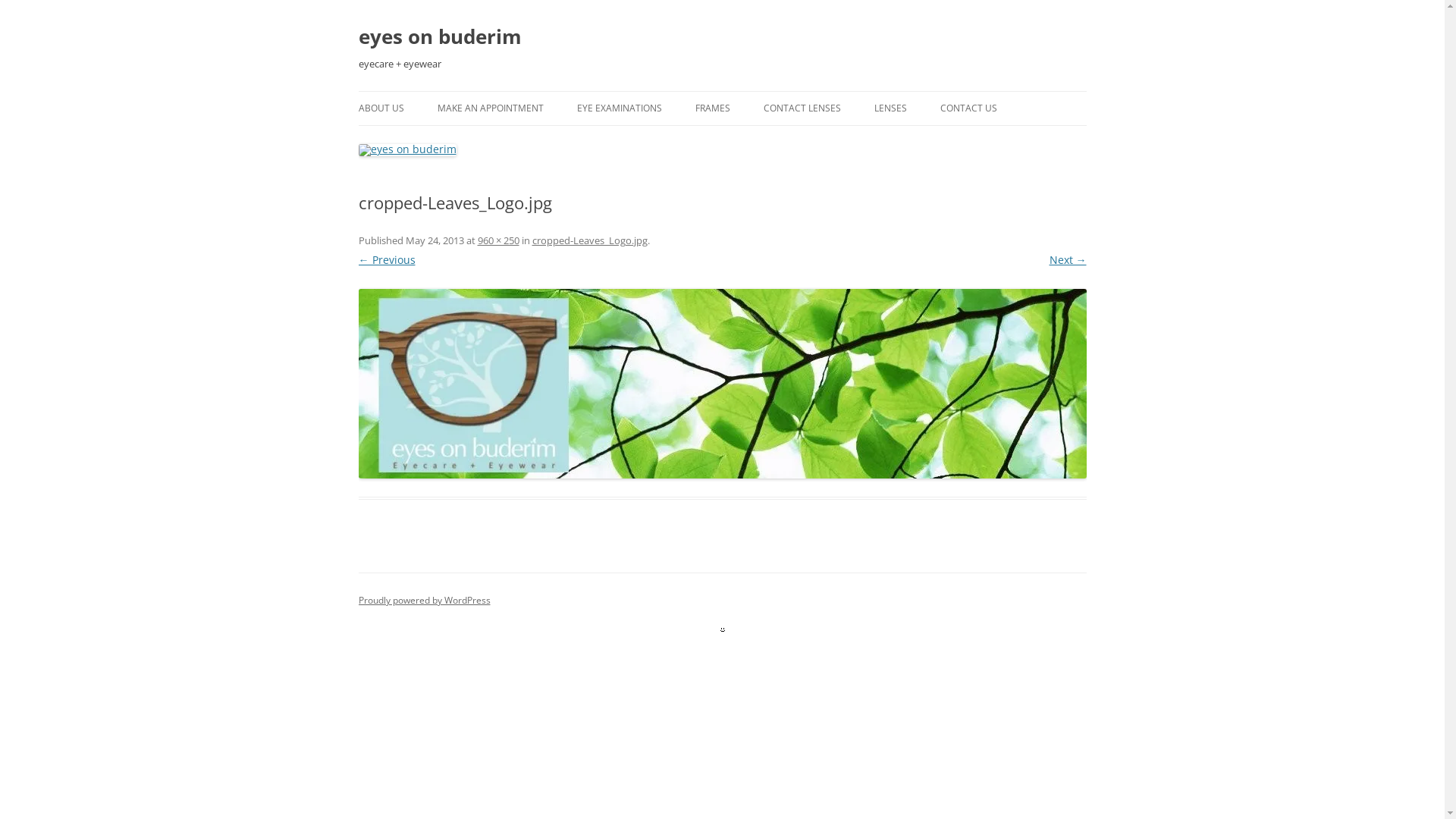 This screenshot has width=1456, height=819. I want to click on 'MAKE AN APPOINTMENT', so click(490, 107).